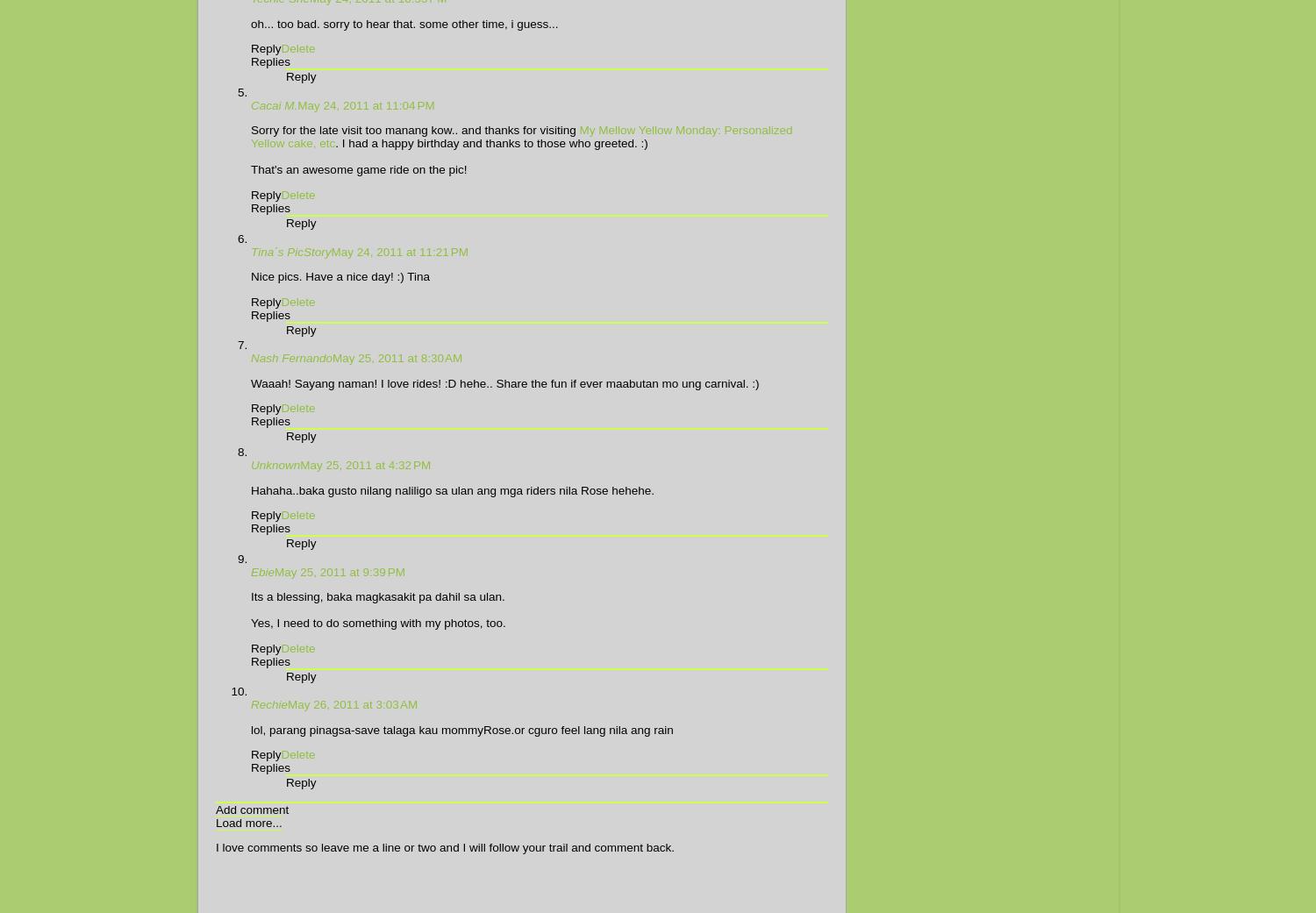 The height and width of the screenshot is (913, 1316). Describe the element at coordinates (215, 821) in the screenshot. I see `'Load more...'` at that location.